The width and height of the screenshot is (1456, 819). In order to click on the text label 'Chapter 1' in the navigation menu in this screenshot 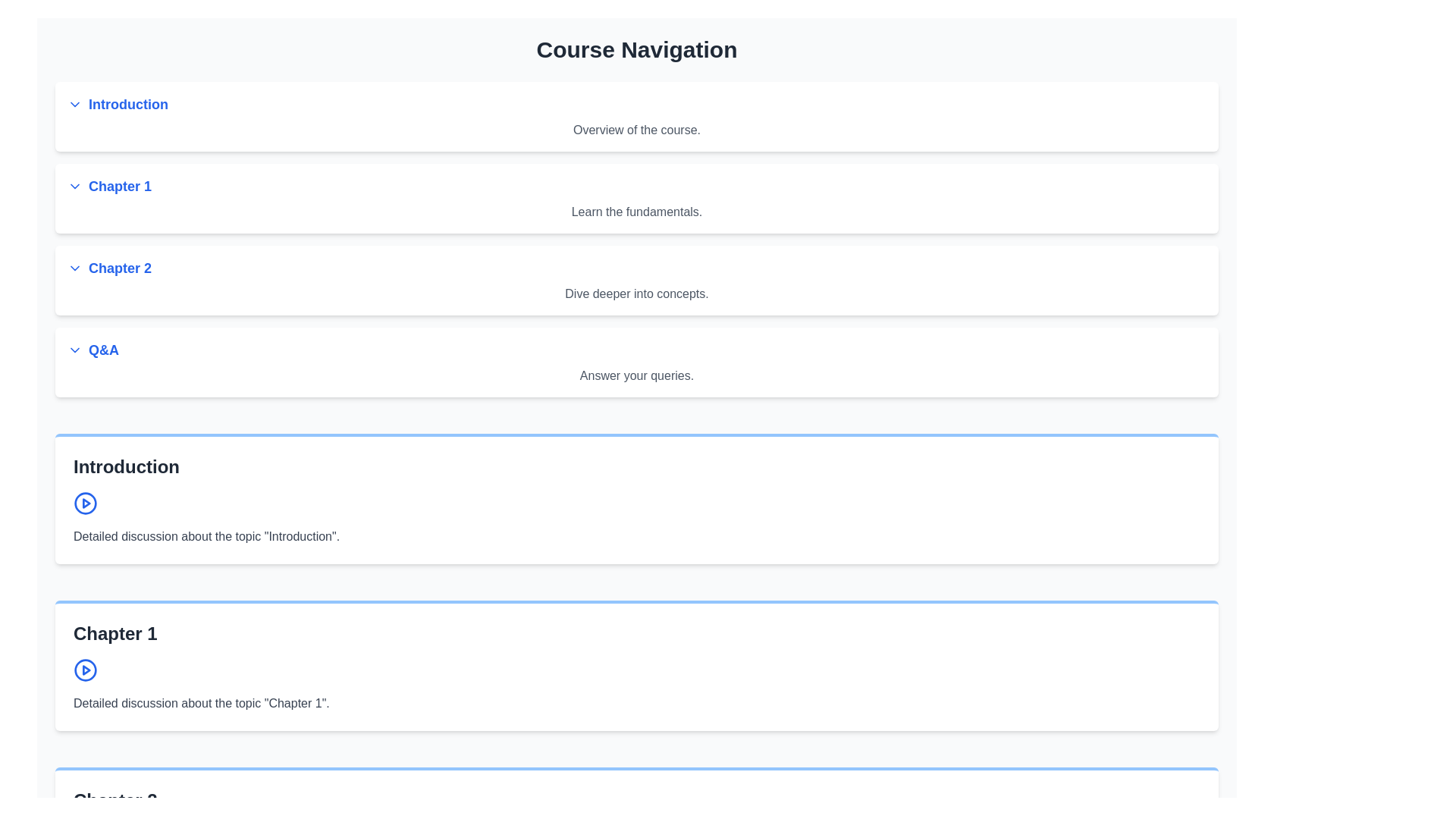, I will do `click(119, 186)`.